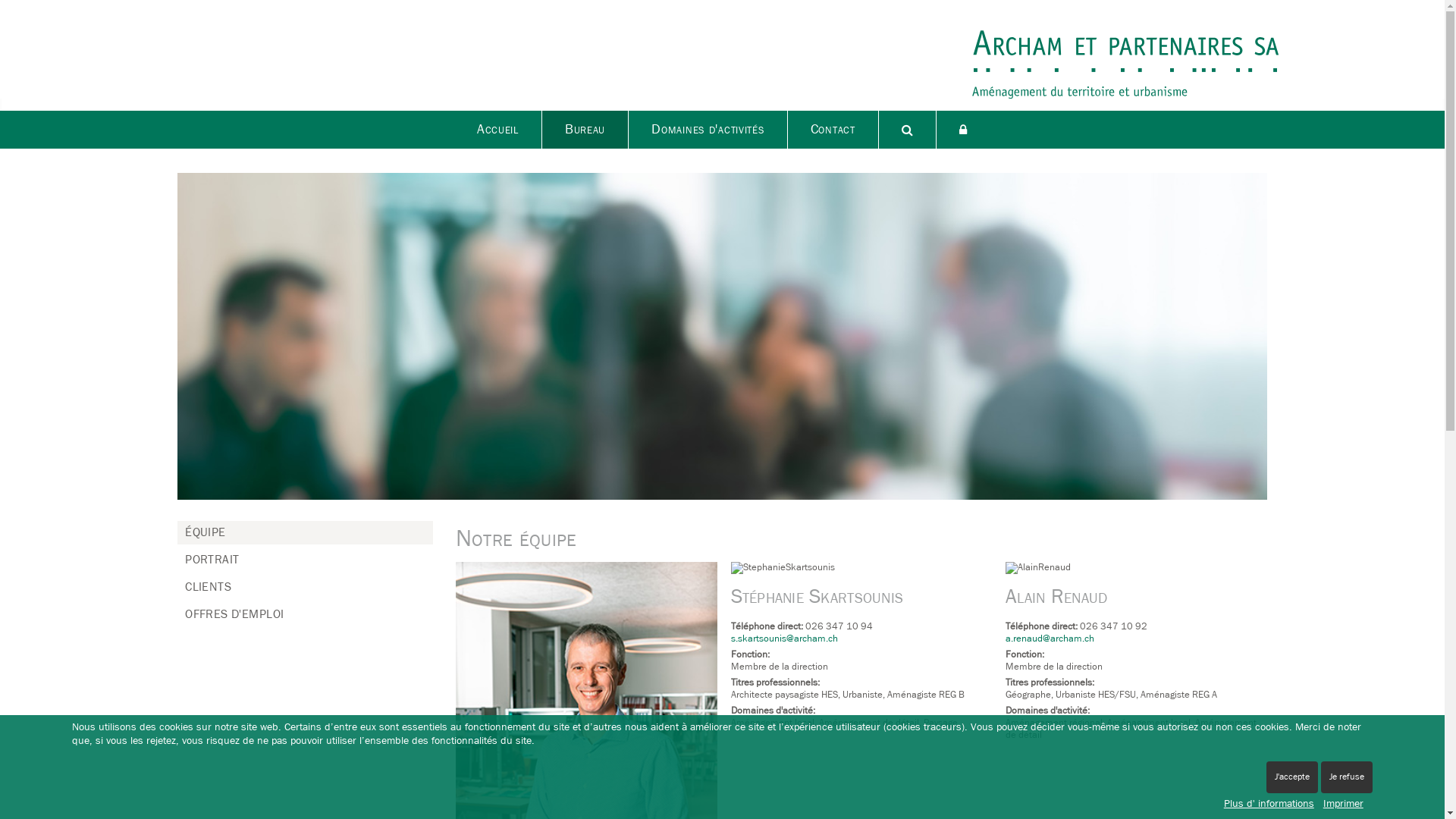 This screenshot has width=1456, height=819. Describe the element at coordinates (1005, 639) in the screenshot. I see `'a.renaud@archam.ch'` at that location.